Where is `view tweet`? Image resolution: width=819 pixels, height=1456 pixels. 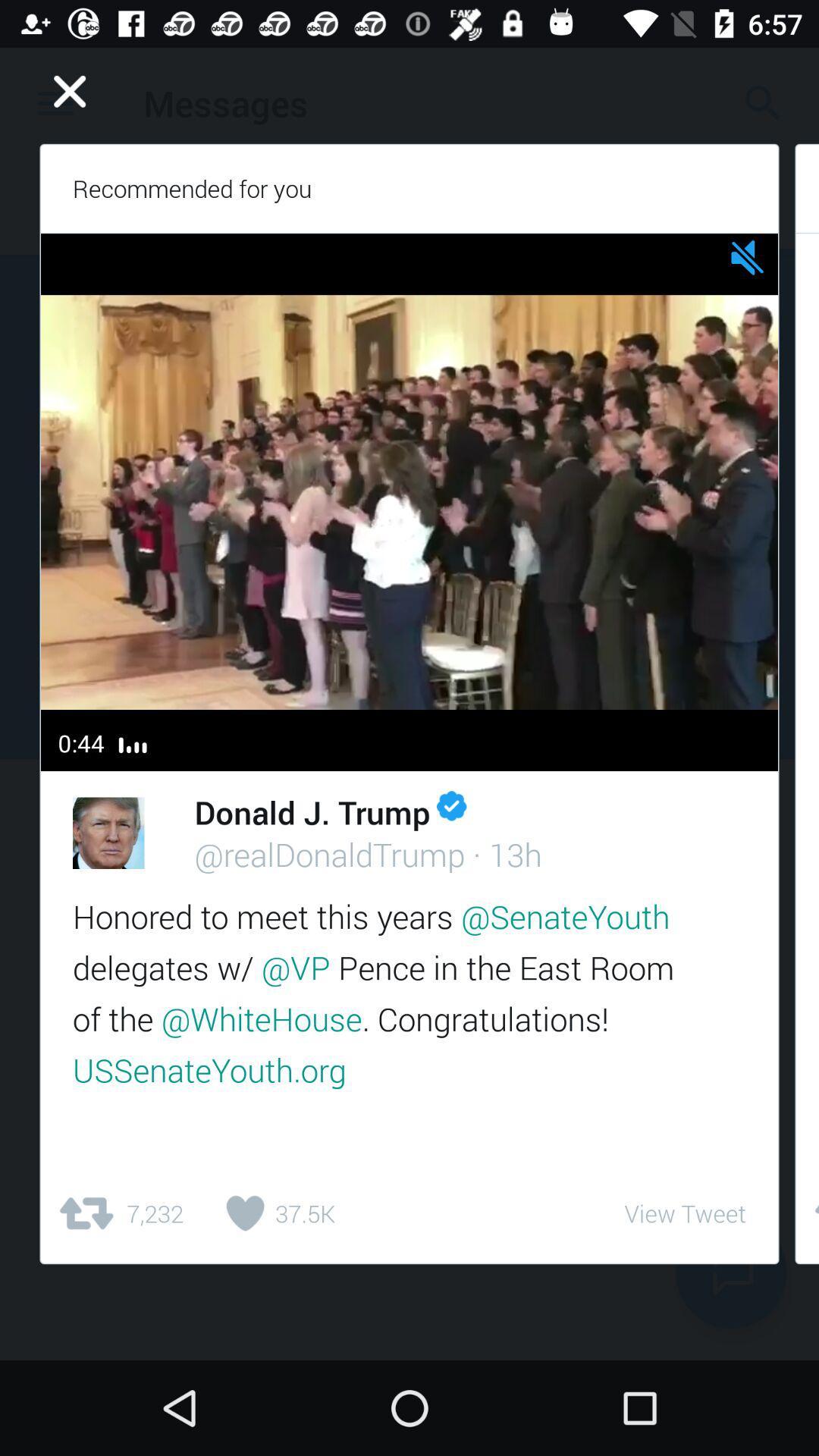
view tweet is located at coordinates (685, 1213).